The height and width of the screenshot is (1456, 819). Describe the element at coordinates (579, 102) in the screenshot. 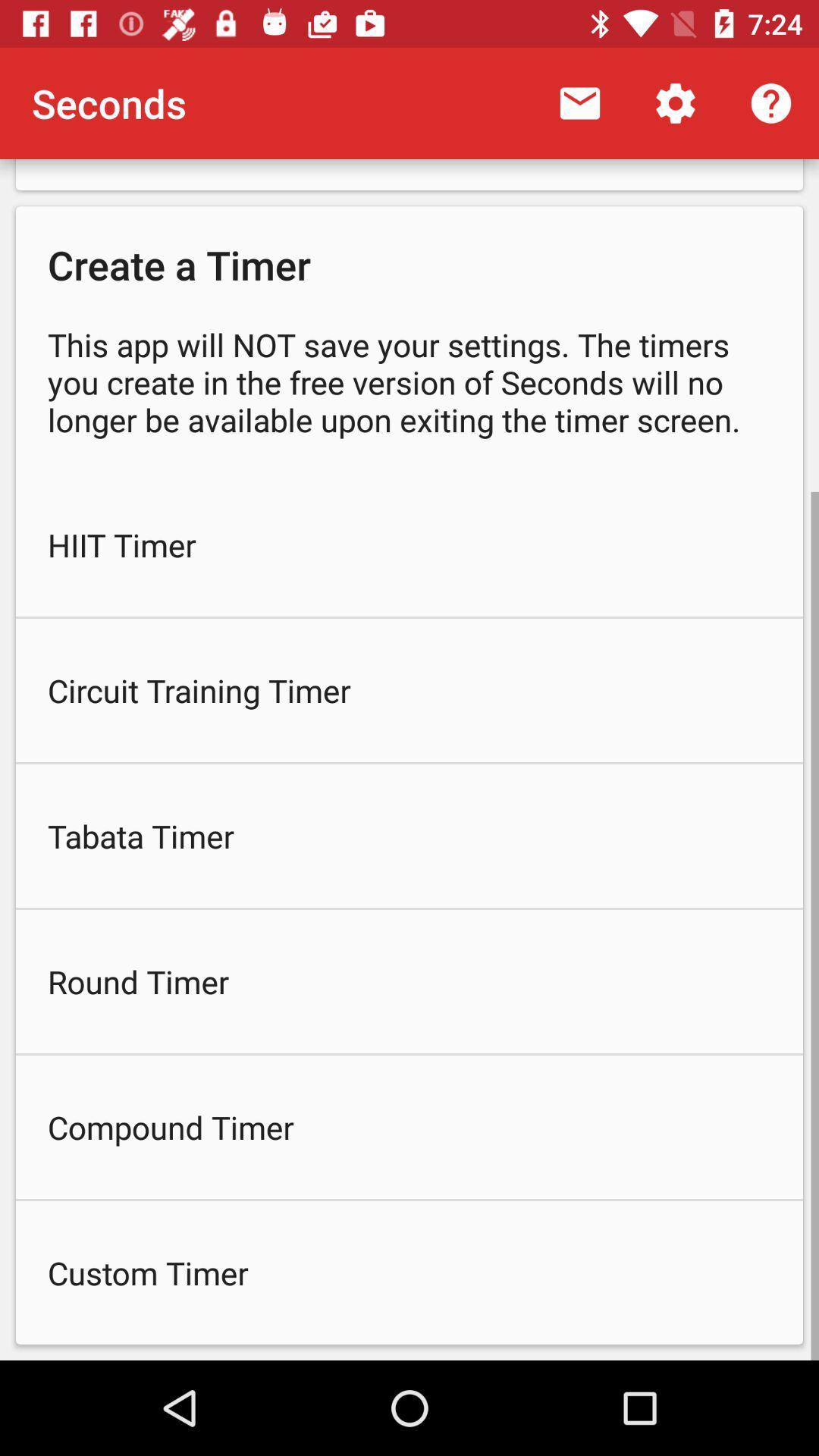

I see `icon next to seconds app` at that location.